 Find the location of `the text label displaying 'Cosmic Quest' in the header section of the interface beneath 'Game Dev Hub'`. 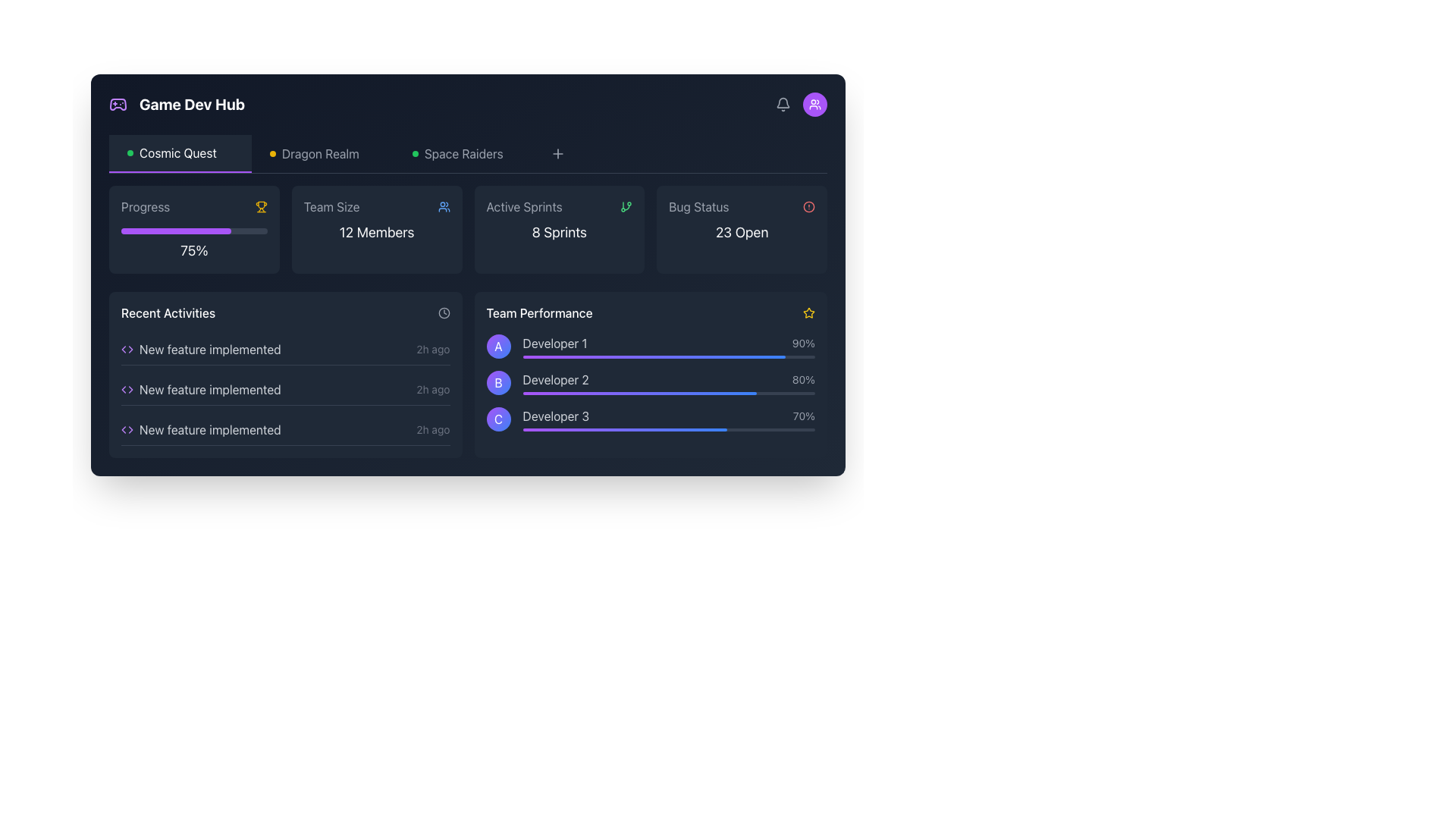

the text label displaying 'Cosmic Quest' in the header section of the interface beneath 'Game Dev Hub' is located at coordinates (171, 152).